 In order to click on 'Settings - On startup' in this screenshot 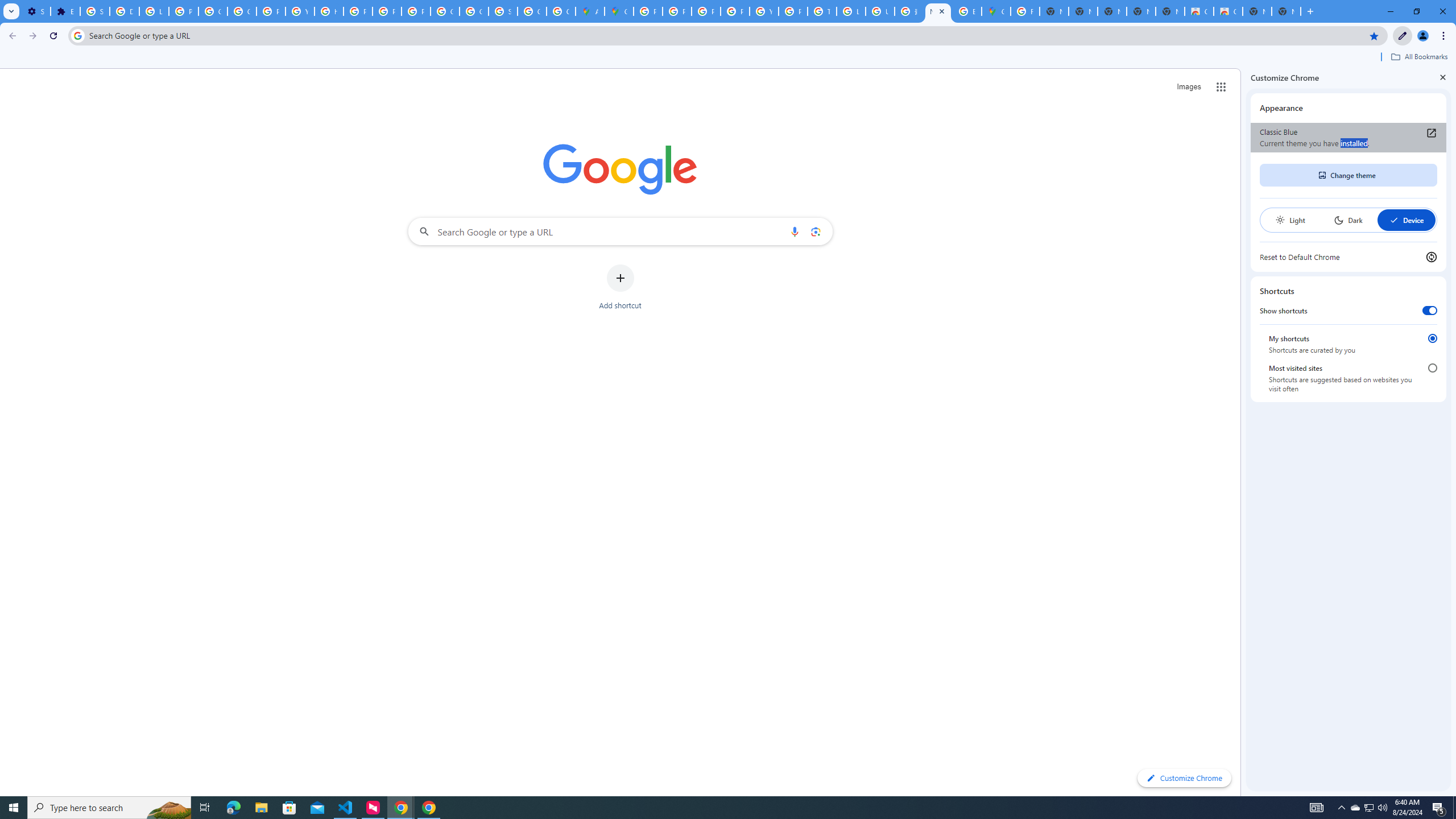, I will do `click(35, 11)`.